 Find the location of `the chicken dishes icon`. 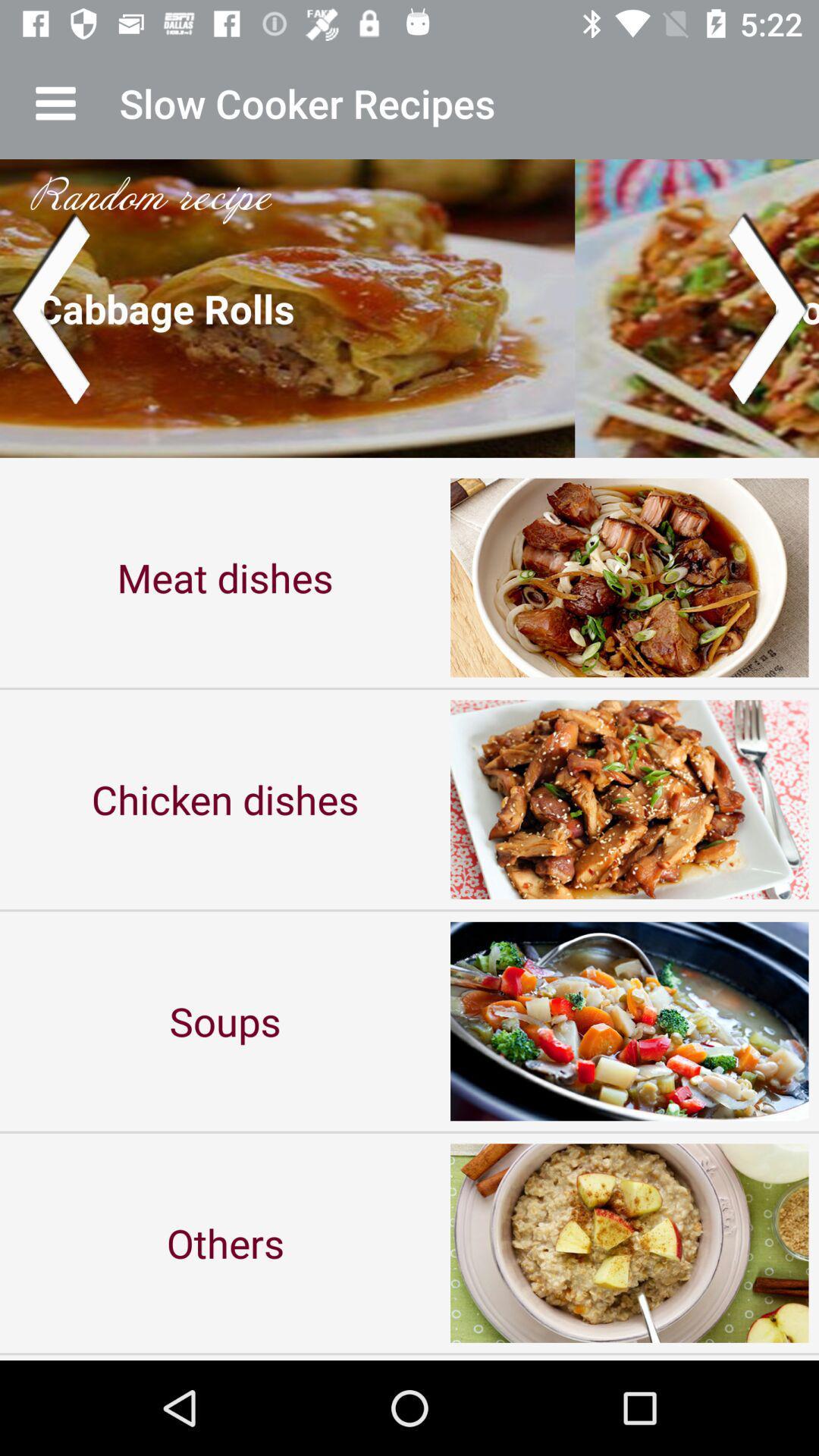

the chicken dishes icon is located at coordinates (225, 799).